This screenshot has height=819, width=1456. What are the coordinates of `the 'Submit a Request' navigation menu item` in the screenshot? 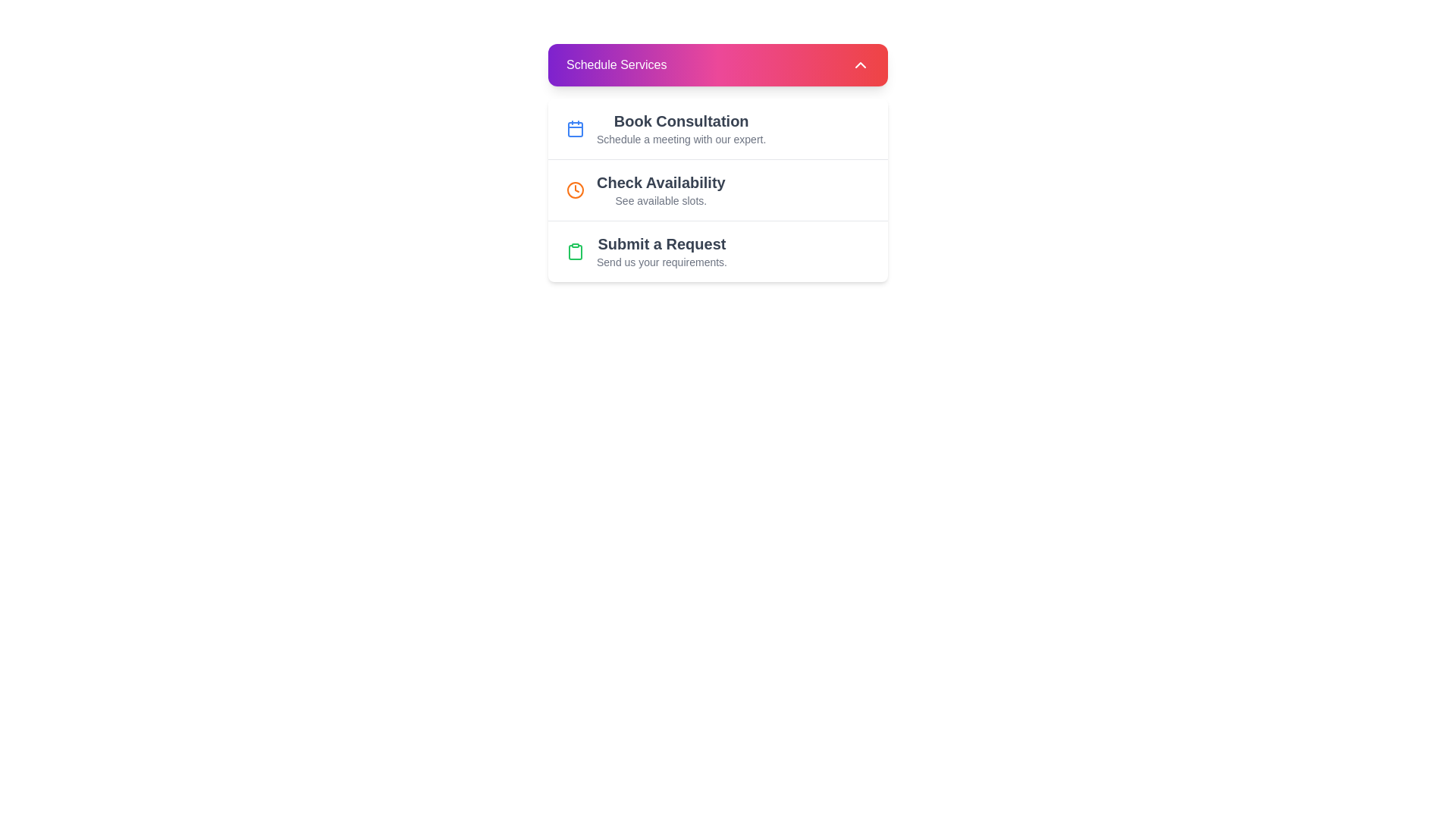 It's located at (717, 250).